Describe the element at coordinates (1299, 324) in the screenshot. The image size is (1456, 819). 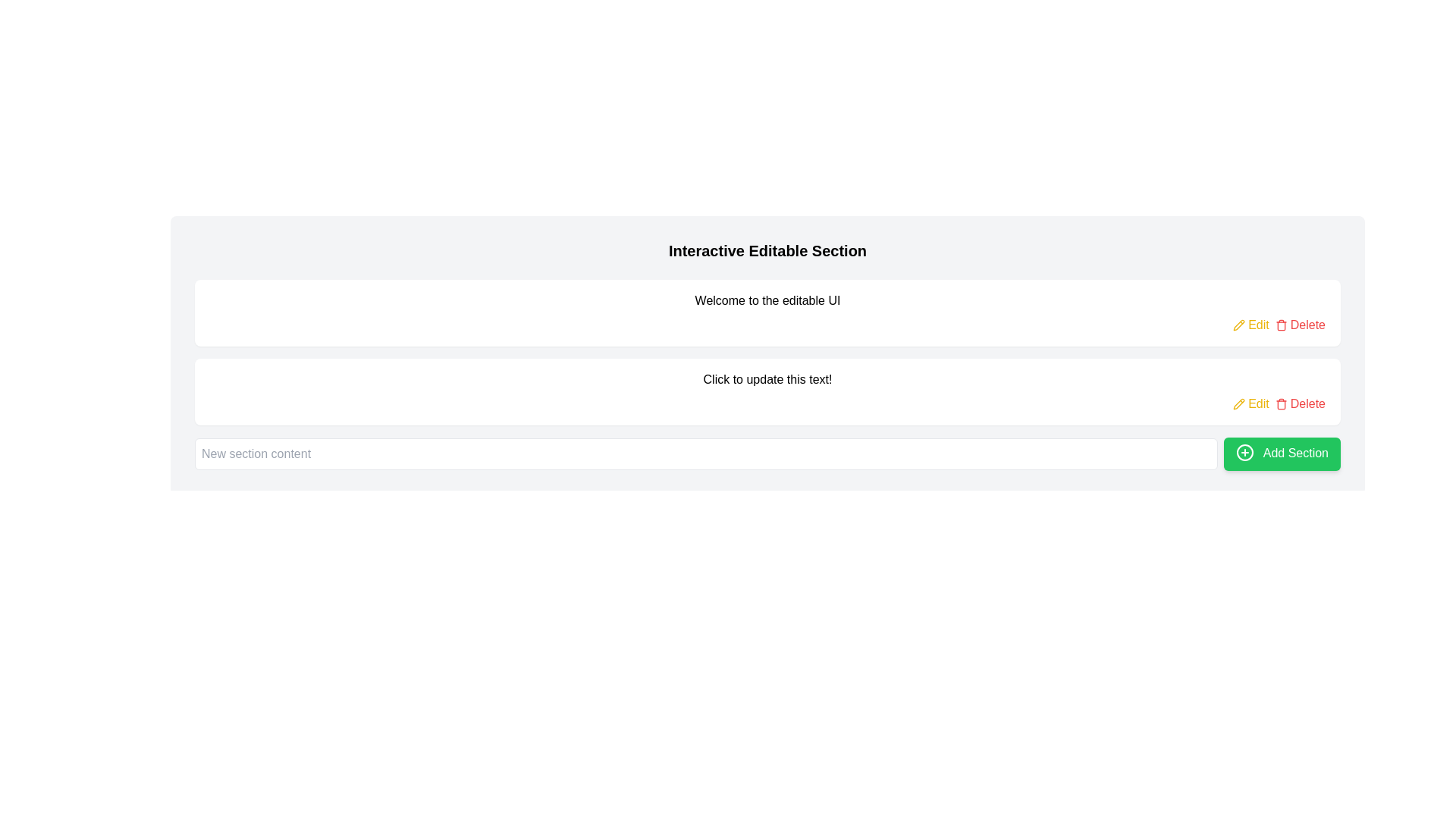
I see `the 'Delete' button located on the right-hand side, which is the second button in the group below the 'Click to update this text!' label, to change its color shade` at that location.